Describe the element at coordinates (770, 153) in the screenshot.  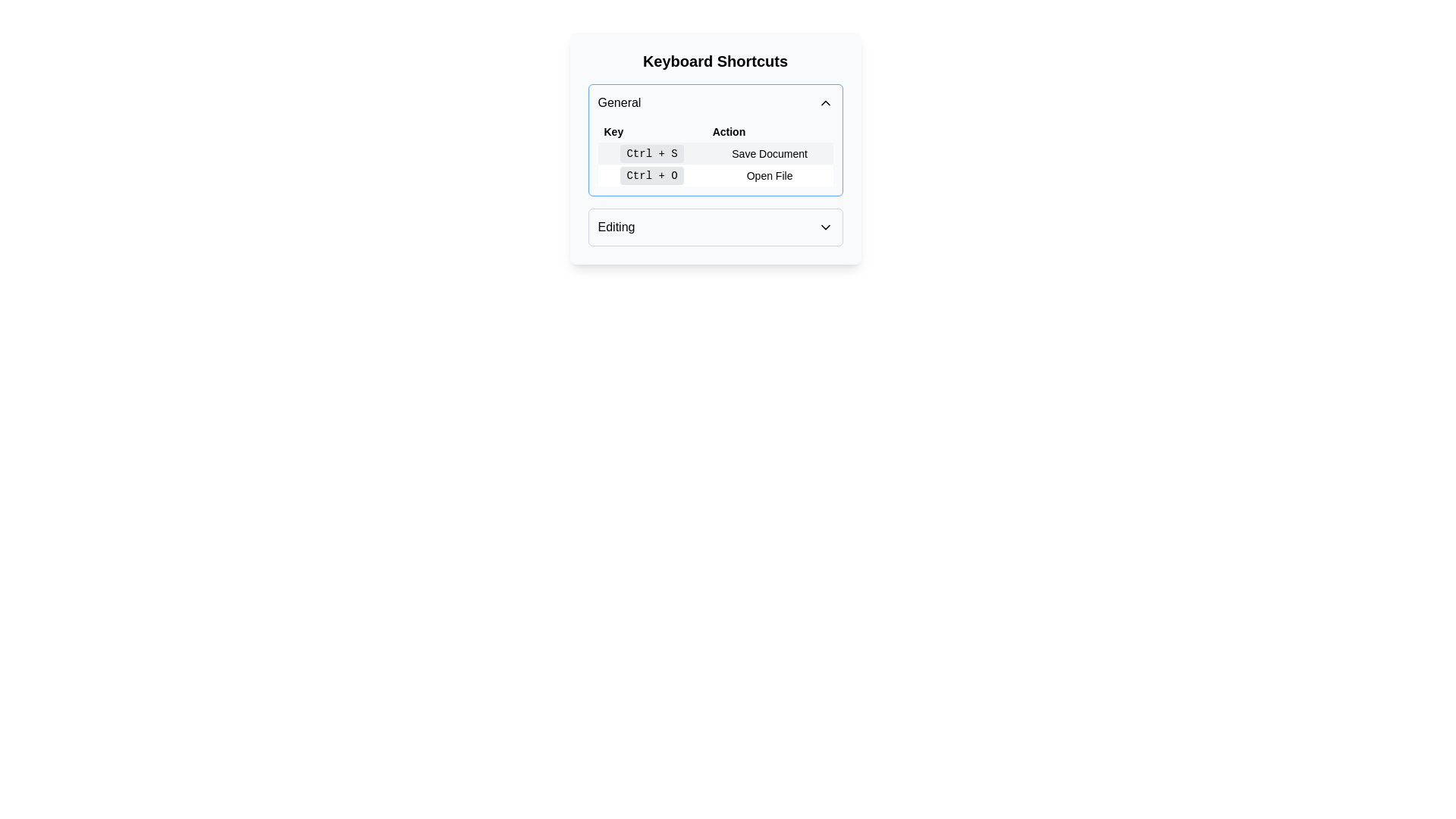
I see `the text label that describes the 'Ctrl + S' keyboard shortcut, which indicates the action for saving a document` at that location.